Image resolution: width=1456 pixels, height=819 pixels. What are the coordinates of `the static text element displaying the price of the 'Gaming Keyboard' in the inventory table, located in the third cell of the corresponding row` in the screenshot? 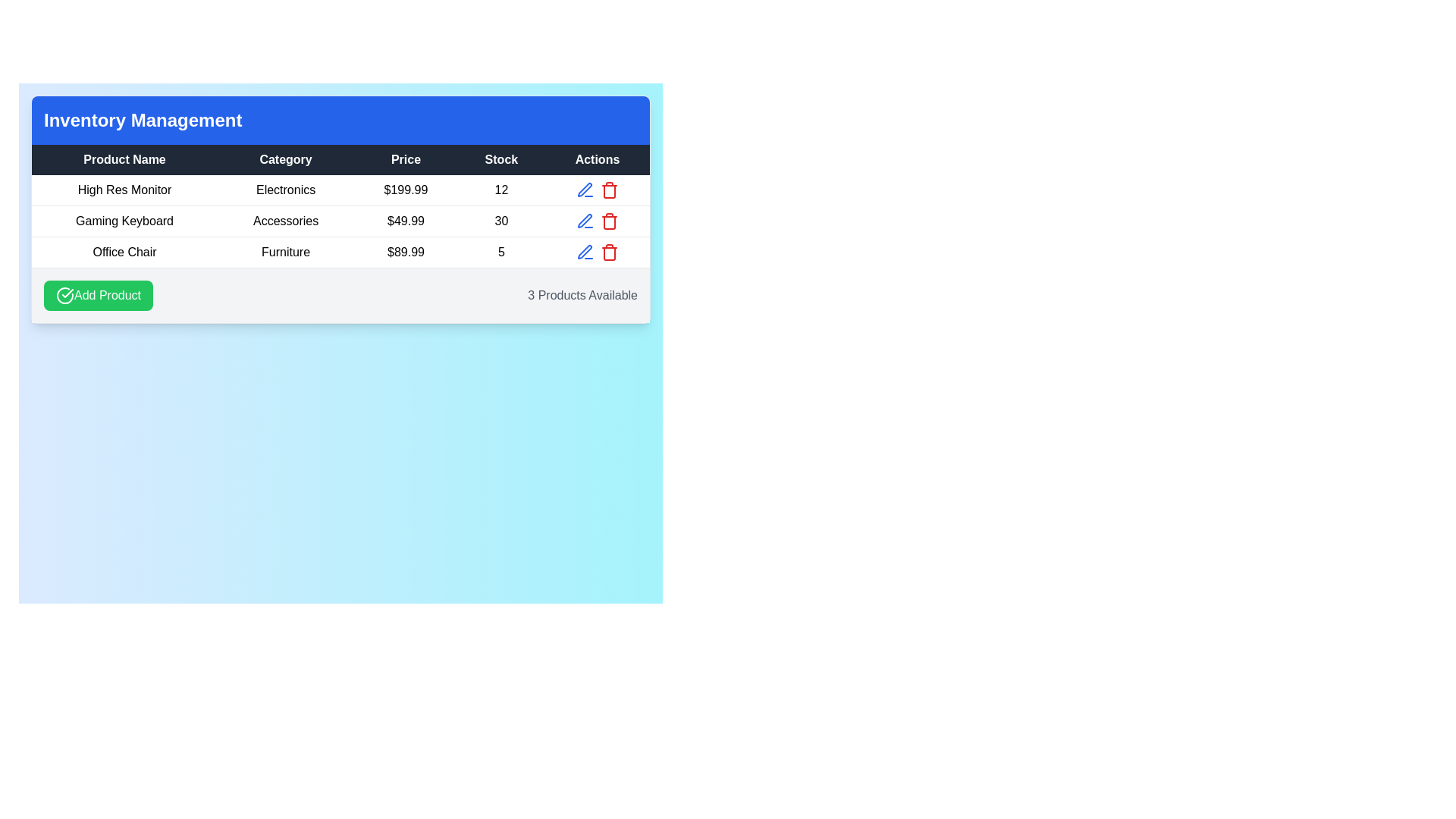 It's located at (406, 221).